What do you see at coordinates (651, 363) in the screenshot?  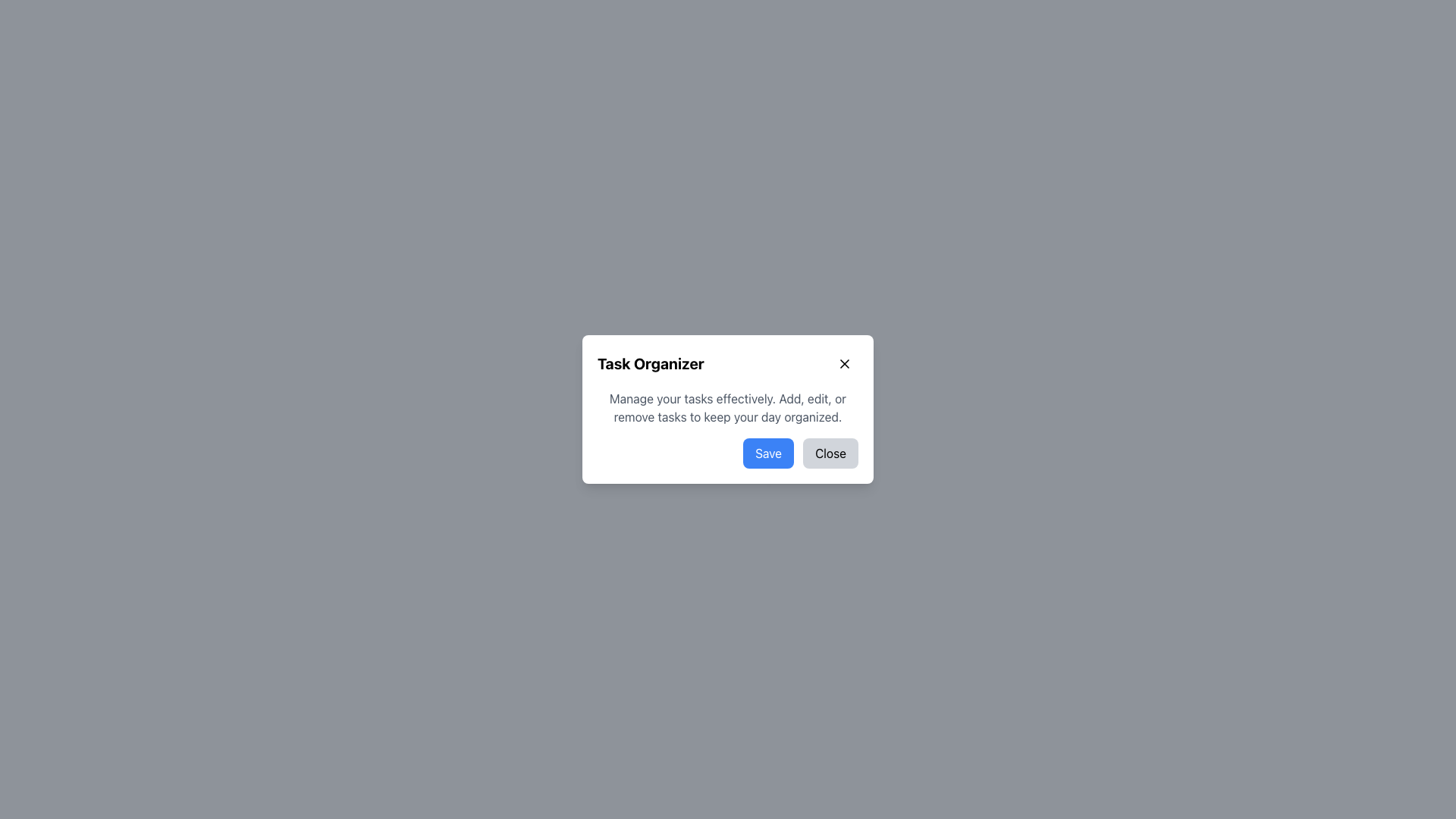 I see `the 'Task Organizer' text element, which is styled in bold and extra-large font, located in the header section of the modal dialog interface` at bounding box center [651, 363].